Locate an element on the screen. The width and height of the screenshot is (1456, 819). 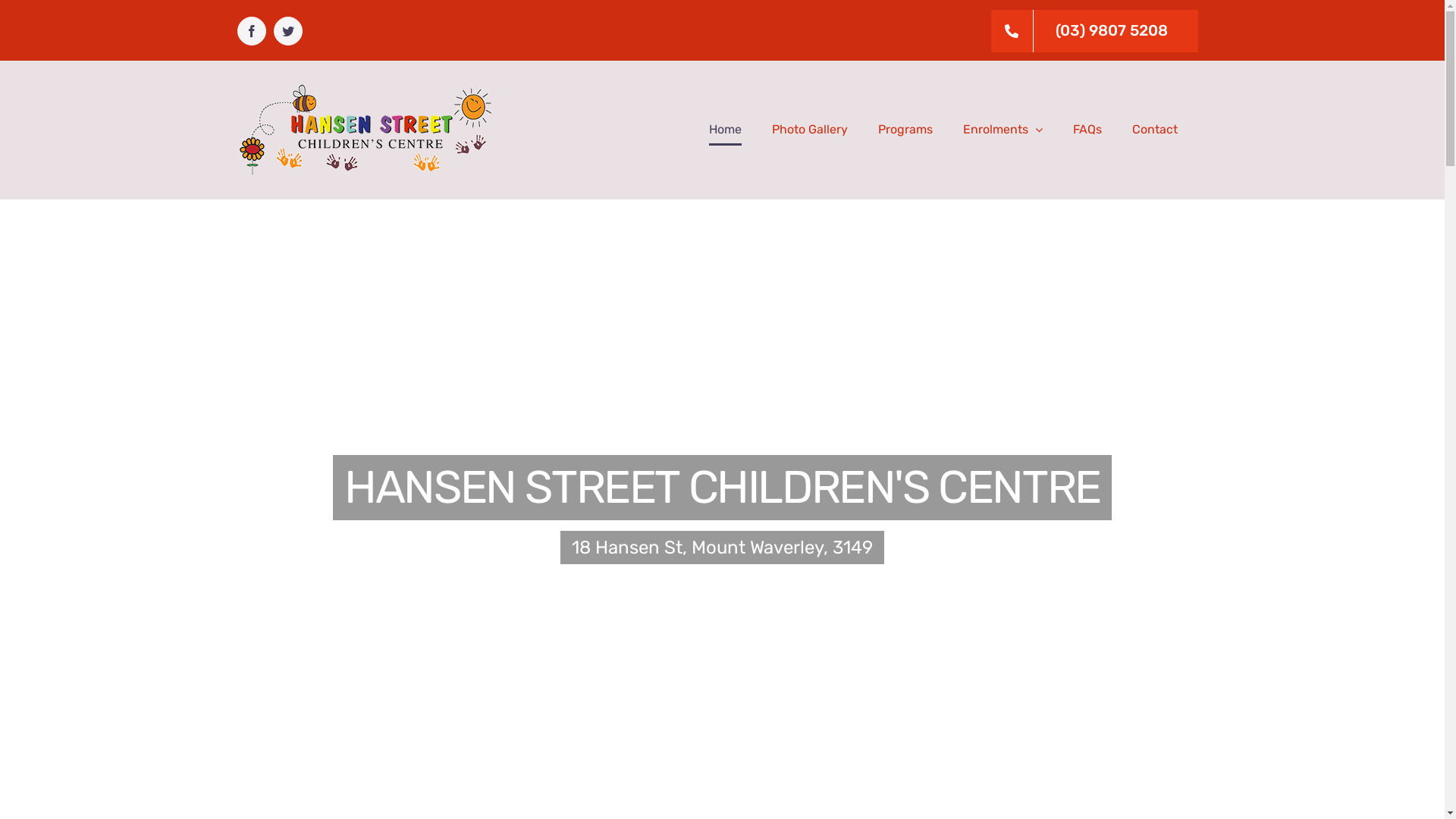
'FAQs' is located at coordinates (1086, 128).